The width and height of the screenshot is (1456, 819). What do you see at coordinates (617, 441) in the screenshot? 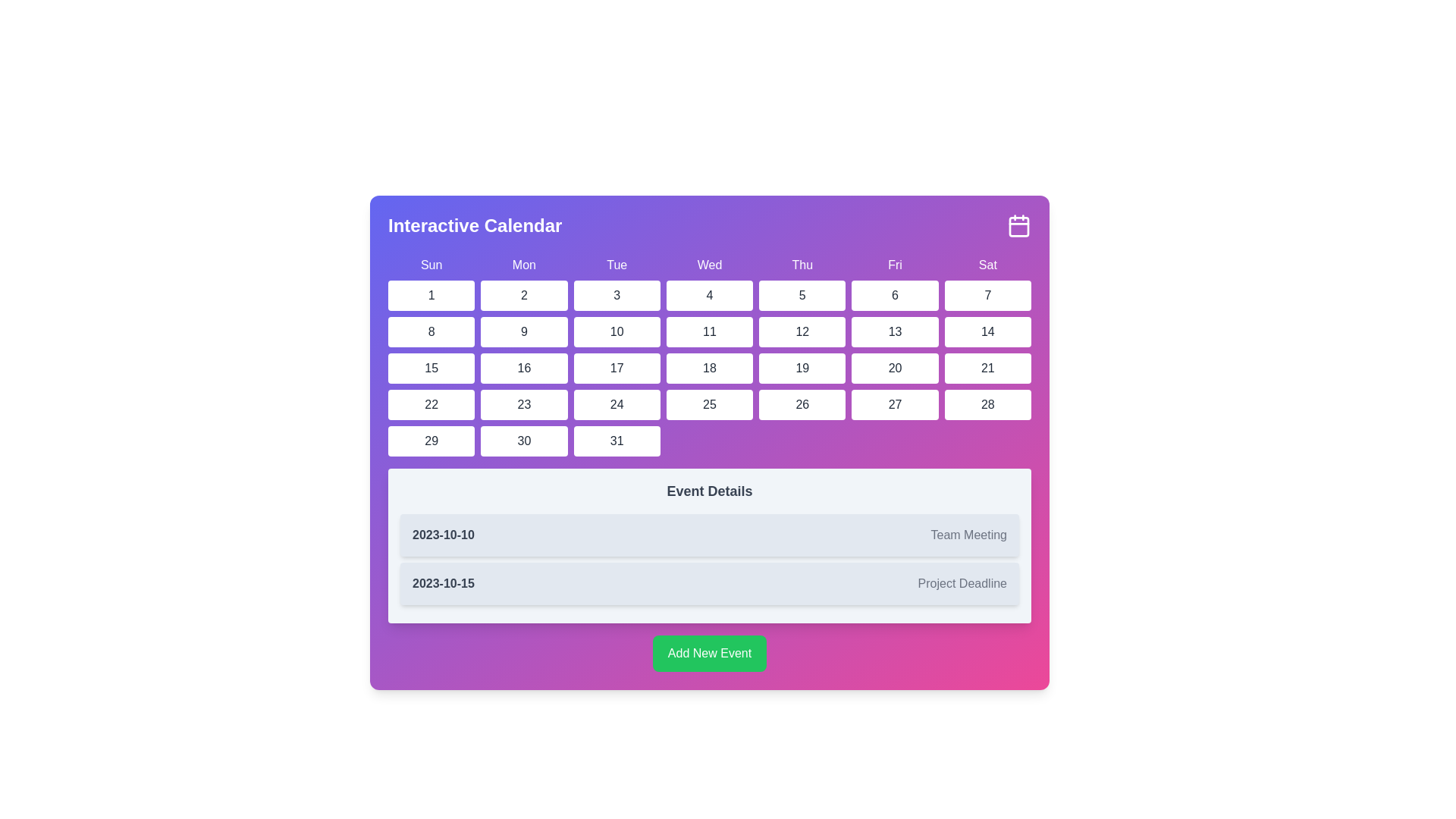
I see `on the button representing the 31st day of the month in the calendar view, located in the bottom-right corner of the calendar grid beneath the 'Tue' column header` at bounding box center [617, 441].